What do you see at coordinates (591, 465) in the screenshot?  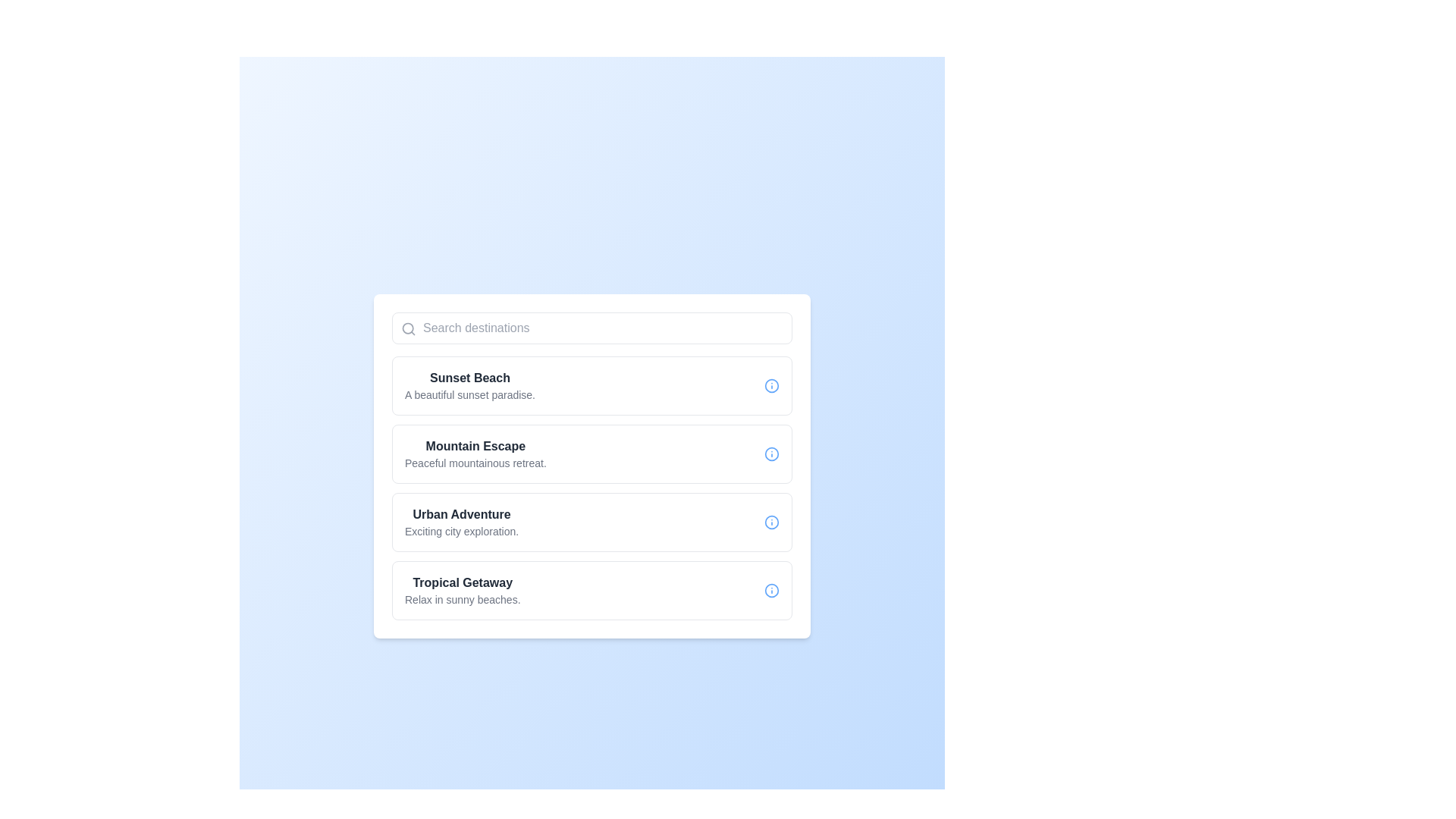 I see `the second card` at bounding box center [591, 465].